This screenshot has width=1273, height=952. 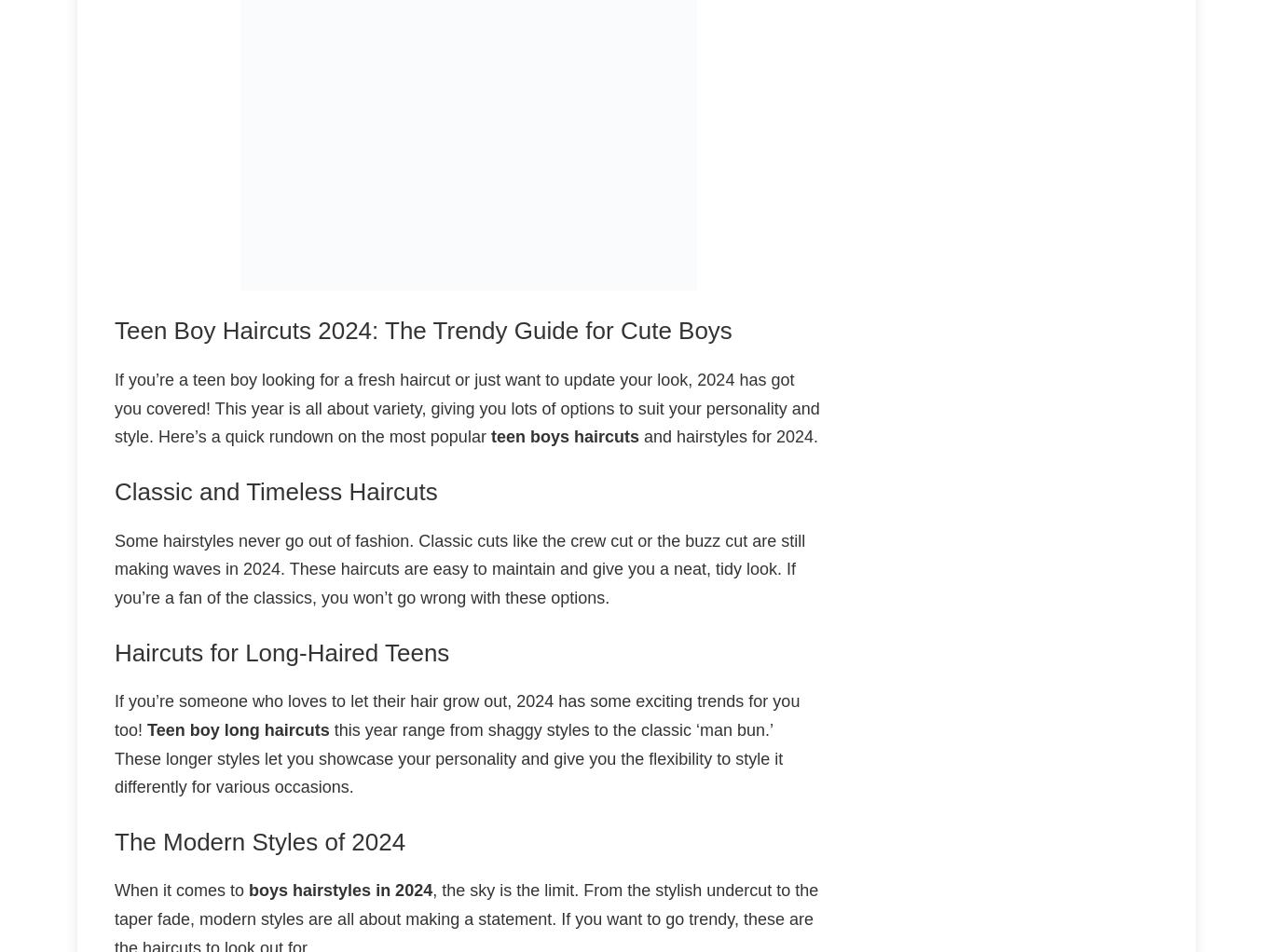 I want to click on 'Teen Boy Haircuts 2024: The Trendy Guide for Cute Boys', so click(x=113, y=331).